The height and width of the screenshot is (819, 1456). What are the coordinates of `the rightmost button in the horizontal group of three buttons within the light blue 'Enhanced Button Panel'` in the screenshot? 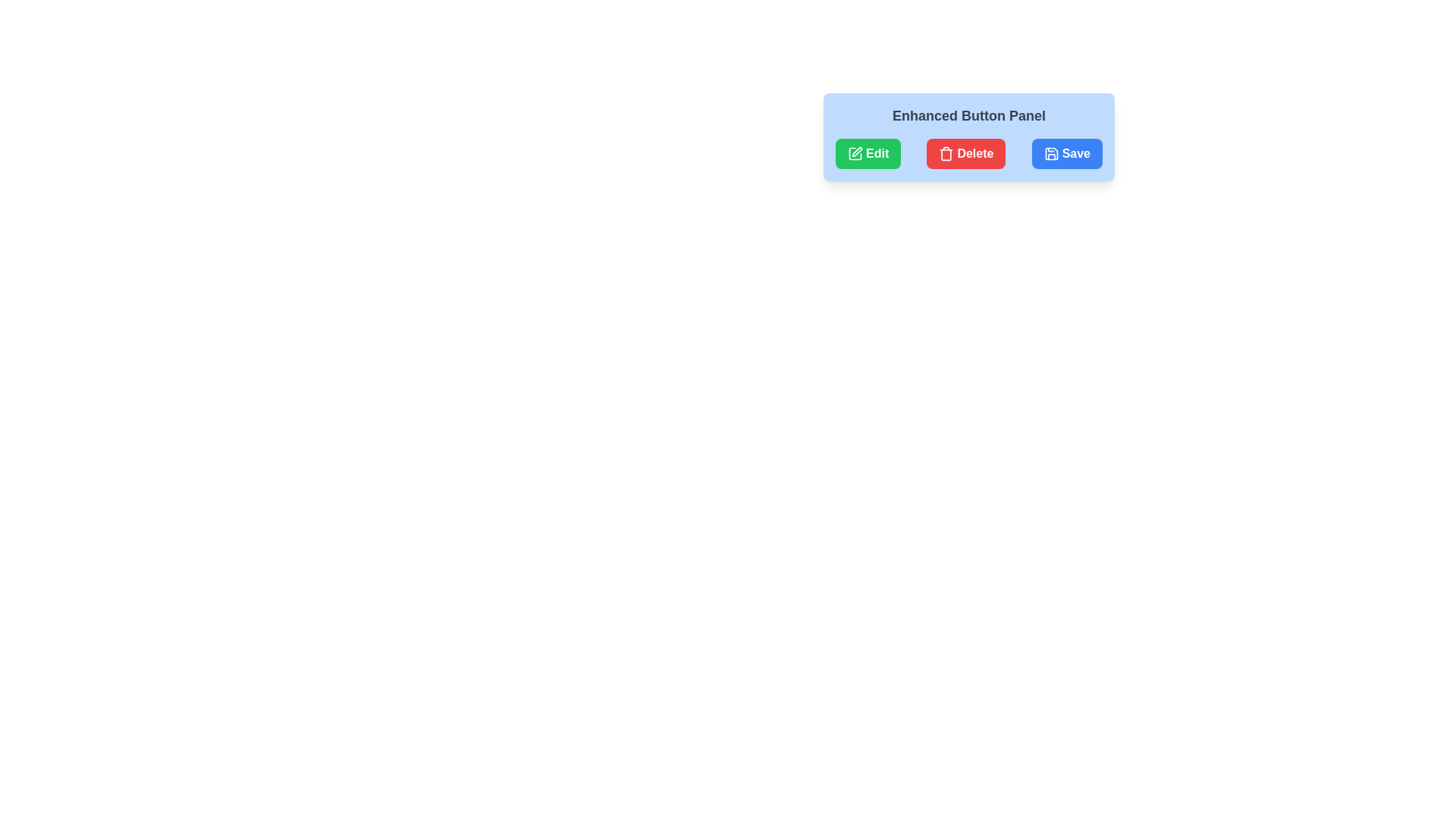 It's located at (1066, 154).